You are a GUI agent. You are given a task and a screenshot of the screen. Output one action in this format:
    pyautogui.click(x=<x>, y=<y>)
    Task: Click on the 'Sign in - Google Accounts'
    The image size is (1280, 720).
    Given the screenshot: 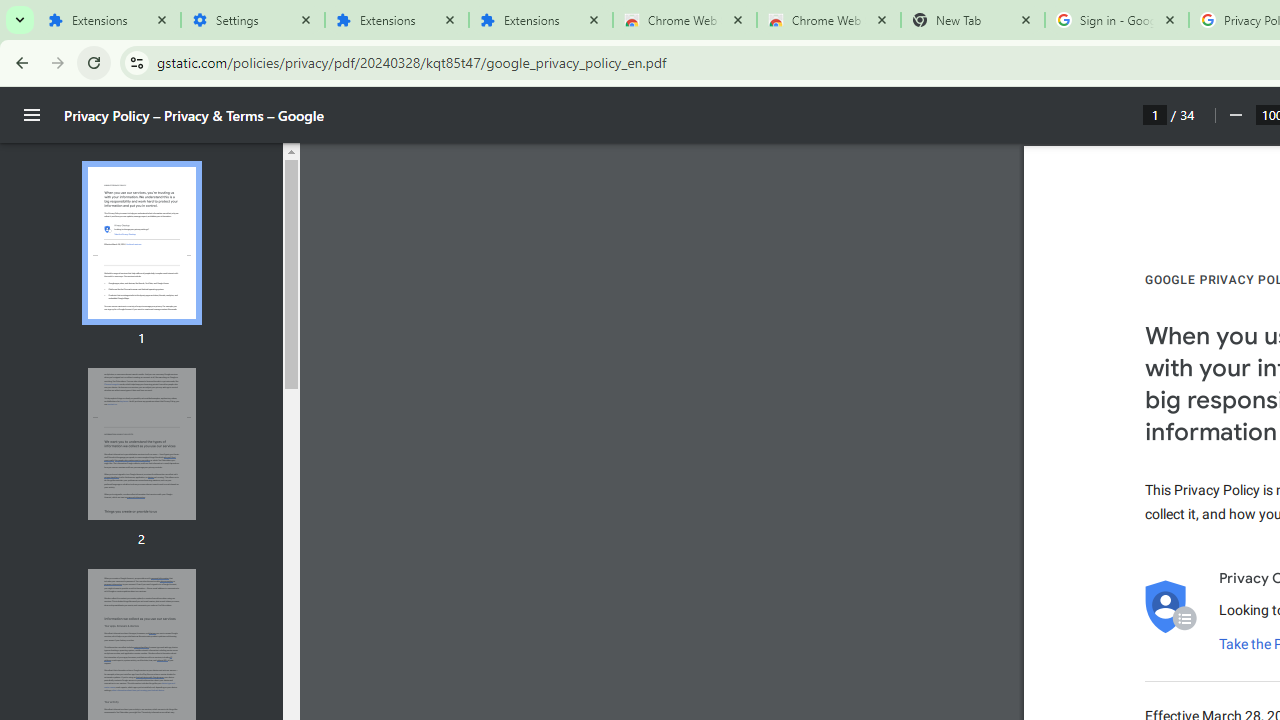 What is the action you would take?
    pyautogui.click(x=1115, y=20)
    